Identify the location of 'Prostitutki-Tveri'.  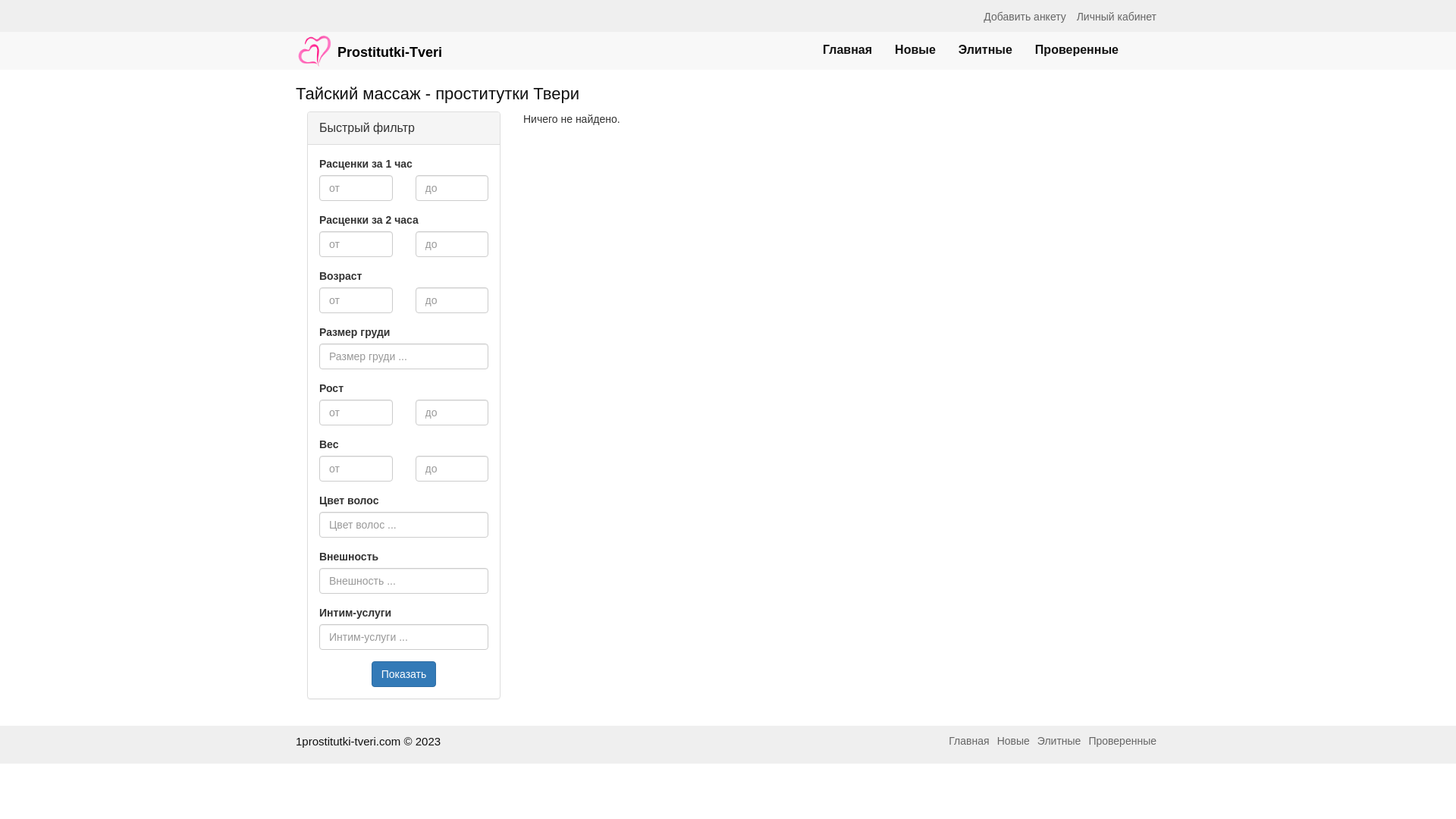
(369, 42).